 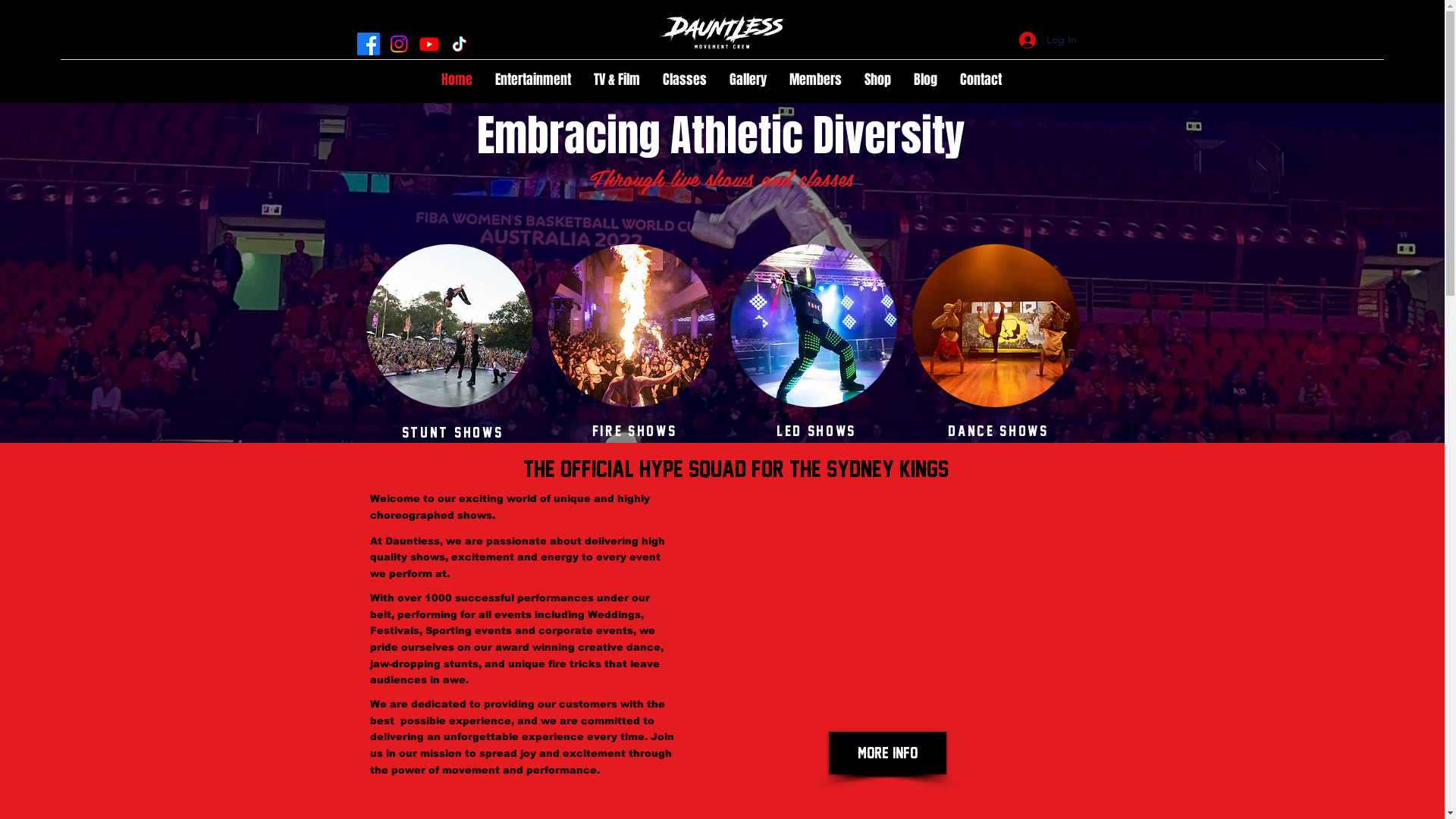 I want to click on 'Contact', so click(x=981, y=80).